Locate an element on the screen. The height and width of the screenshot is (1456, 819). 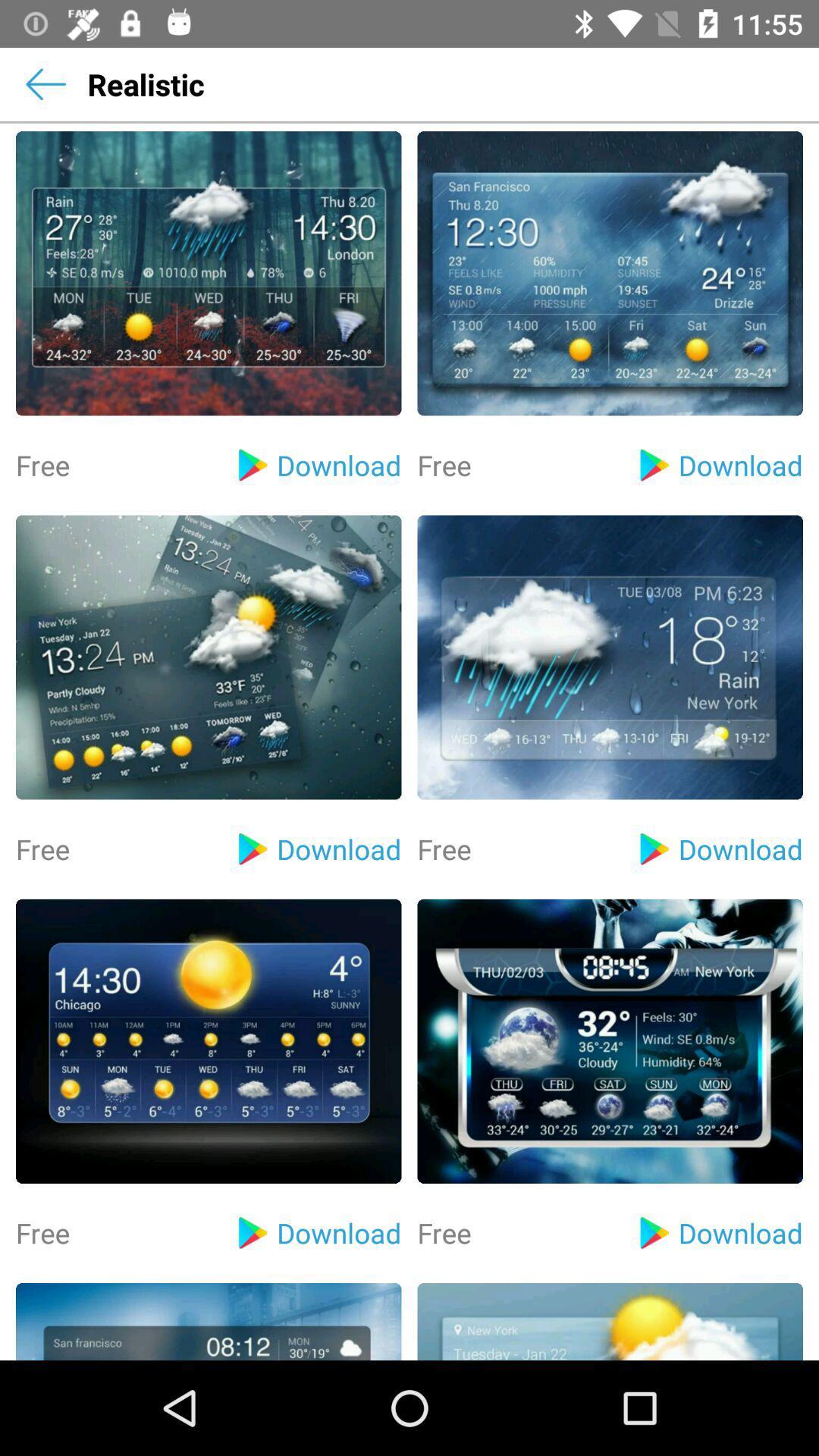
the arrow_backward icon is located at coordinates (45, 83).